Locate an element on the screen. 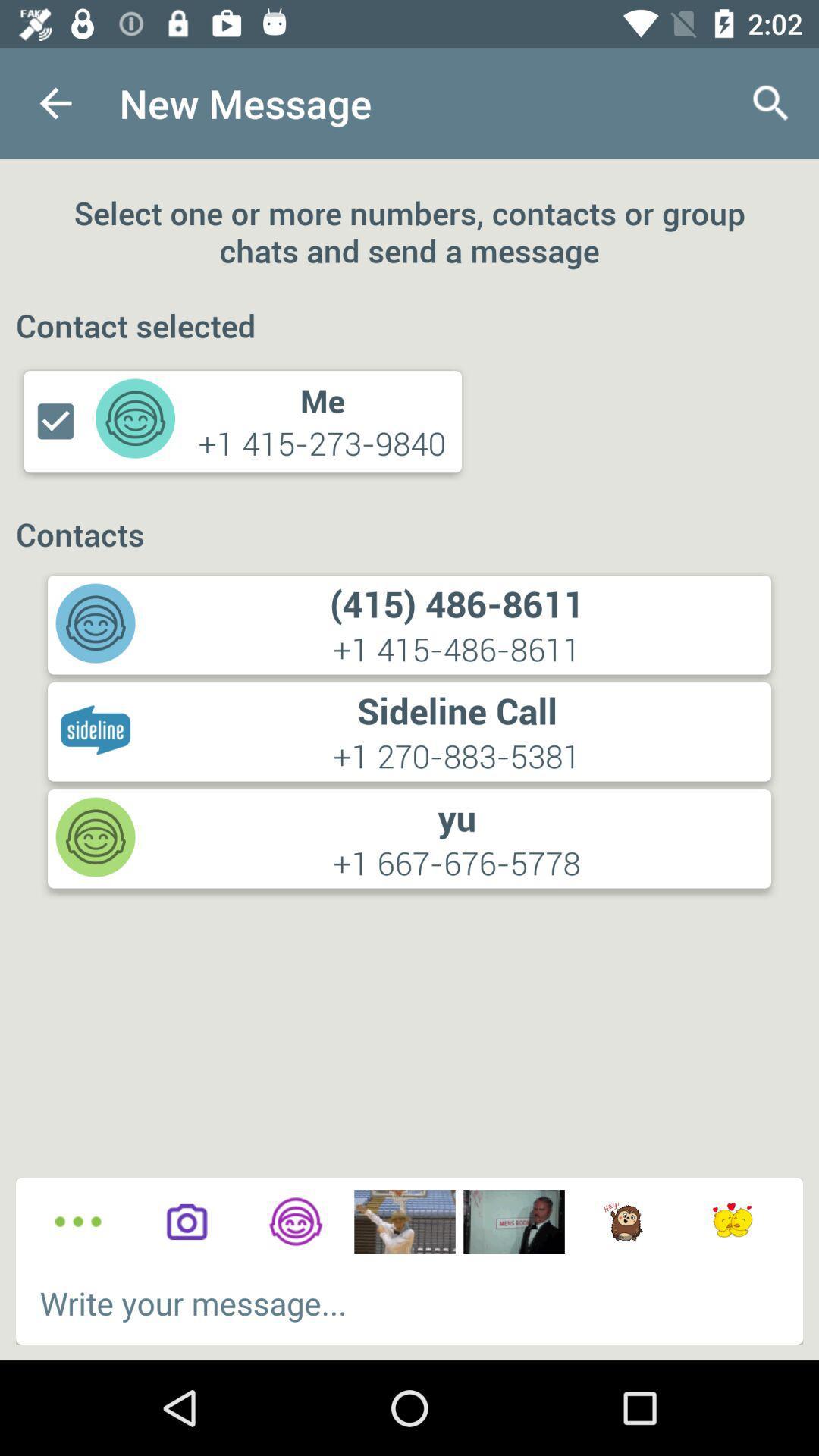 The height and width of the screenshot is (1456, 819). more informations is located at coordinates (78, 1222).